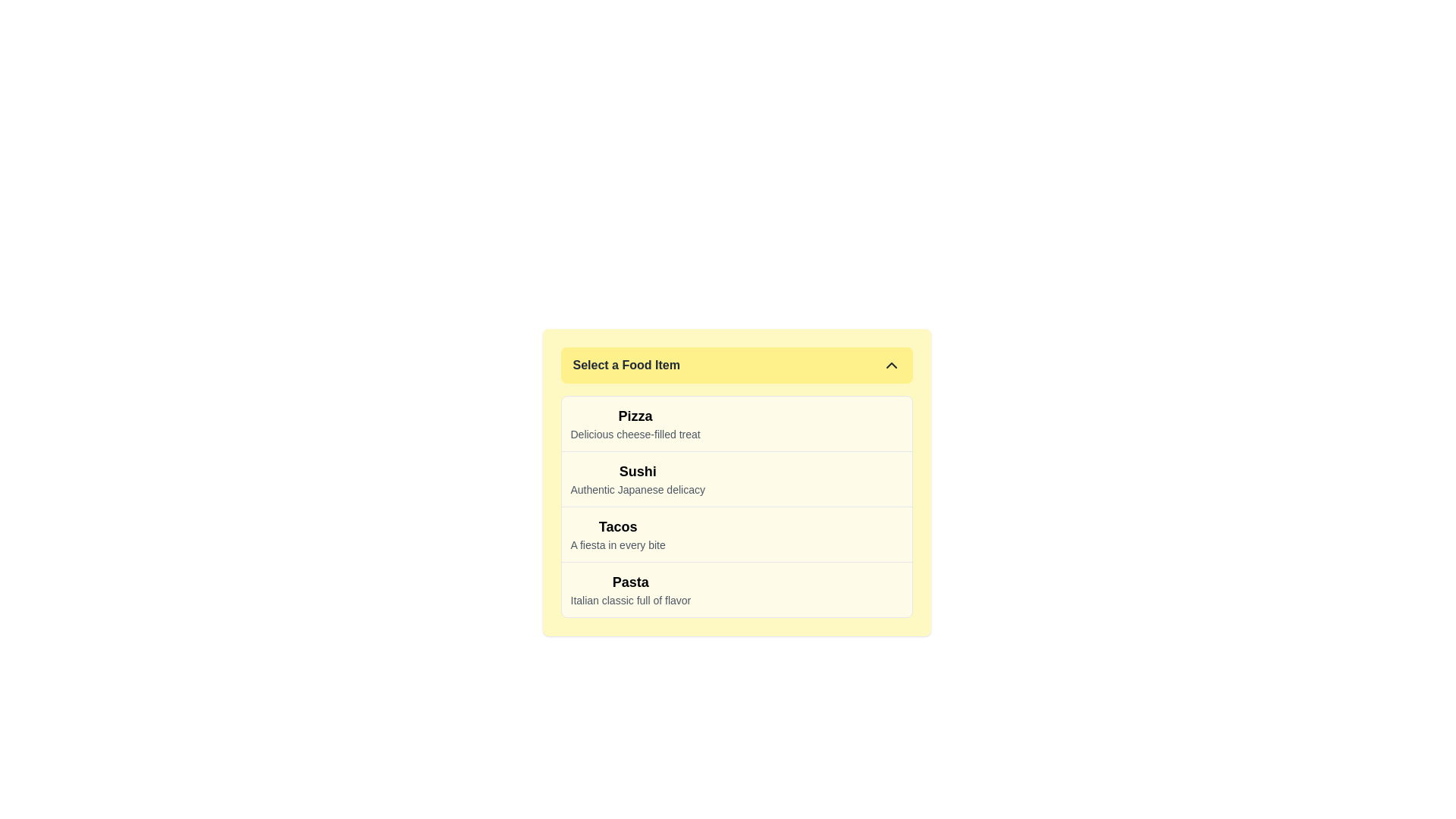  Describe the element at coordinates (638, 489) in the screenshot. I see `the text label 'Authentic Japanese delicacy' that is styled in a small-sized, gray font beneath the title 'Sushi' in the dropdown selection interface` at that location.